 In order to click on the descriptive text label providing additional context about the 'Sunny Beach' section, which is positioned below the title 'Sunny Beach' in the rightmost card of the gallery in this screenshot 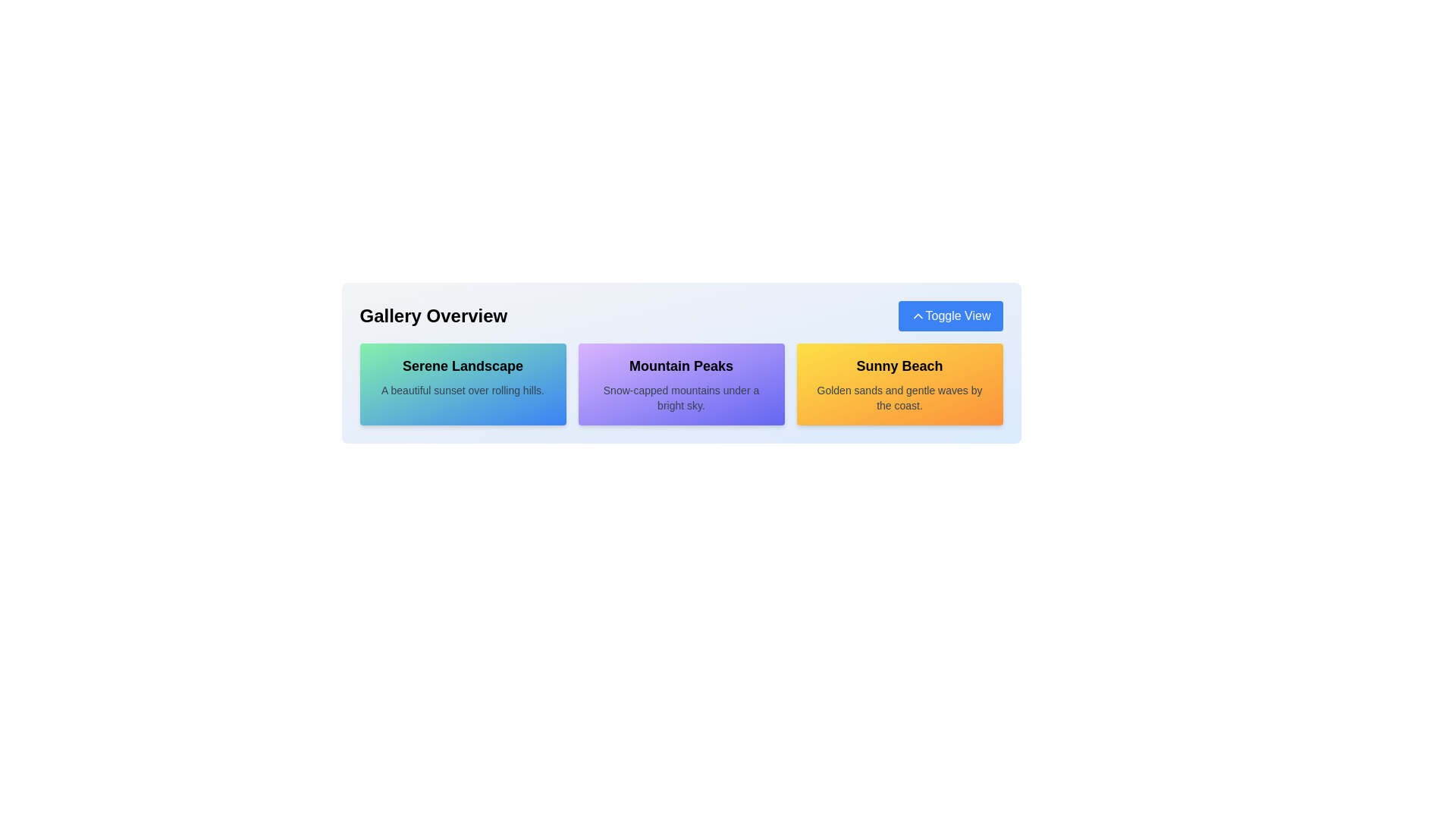, I will do `click(899, 397)`.